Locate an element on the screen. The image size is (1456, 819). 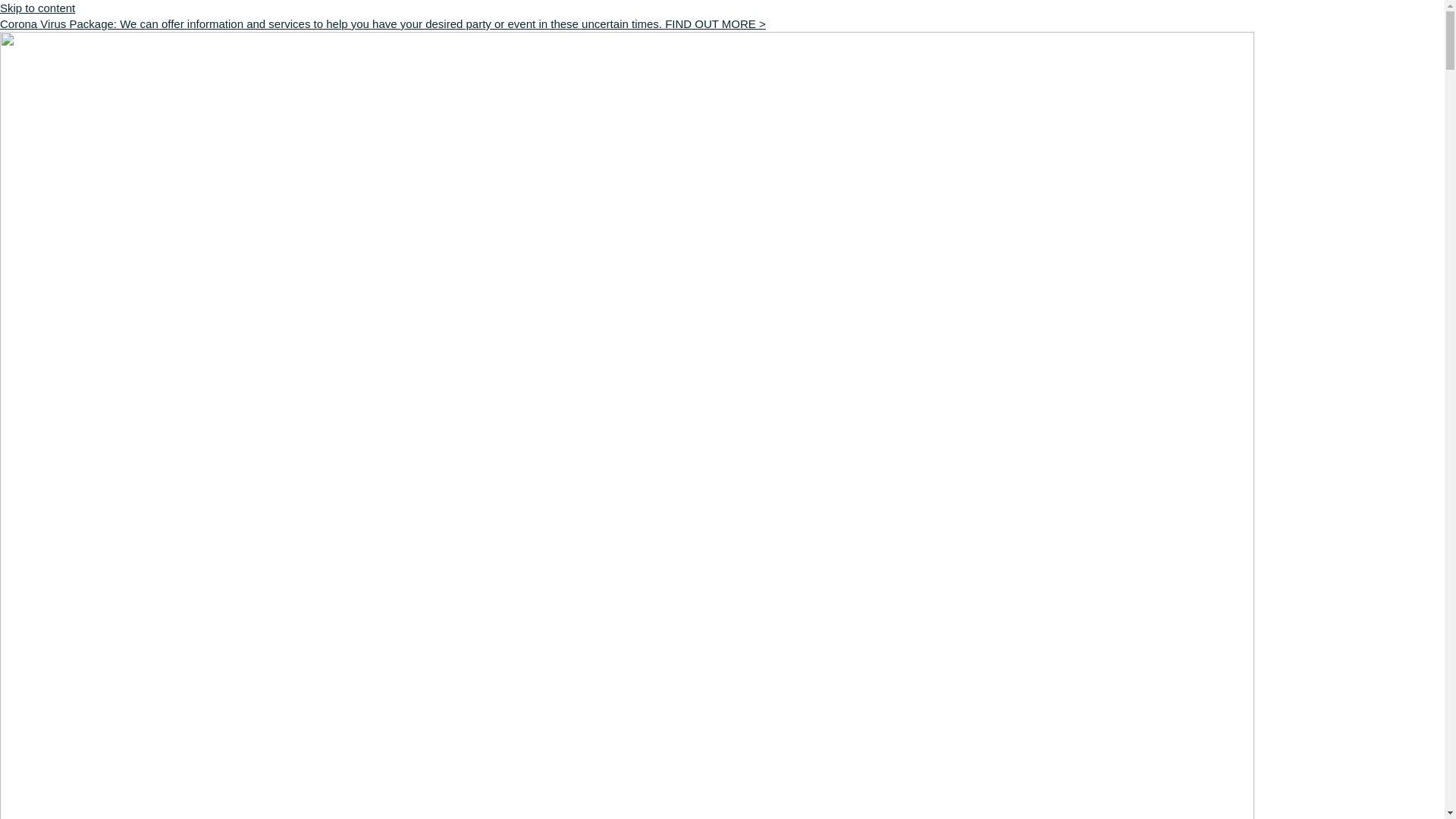
'Skip to content' is located at coordinates (0, 8).